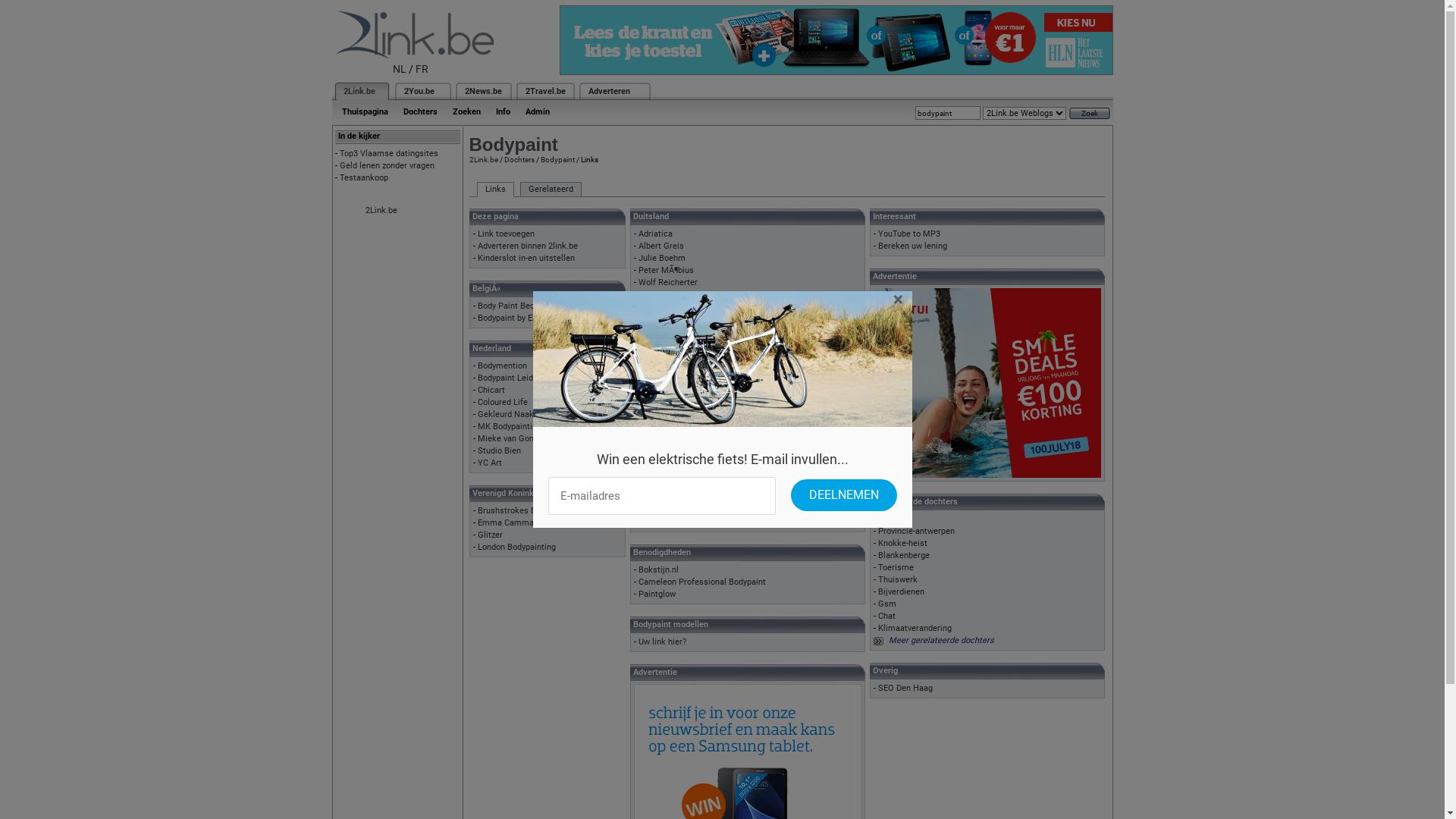 The image size is (1456, 819). What do you see at coordinates (358, 91) in the screenshot?
I see `'2Link.be'` at bounding box center [358, 91].